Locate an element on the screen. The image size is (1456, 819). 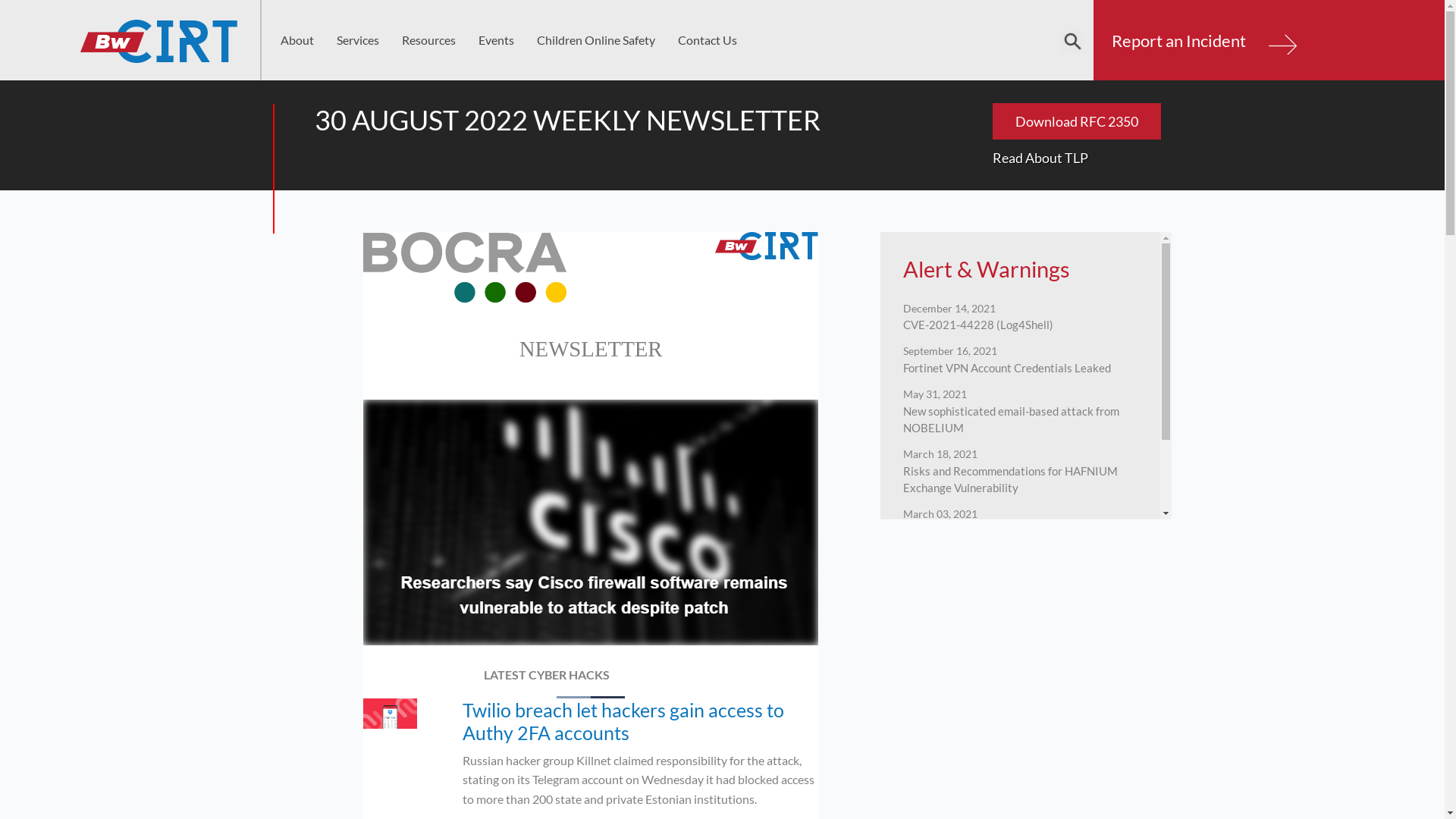
'Services' is located at coordinates (356, 39).